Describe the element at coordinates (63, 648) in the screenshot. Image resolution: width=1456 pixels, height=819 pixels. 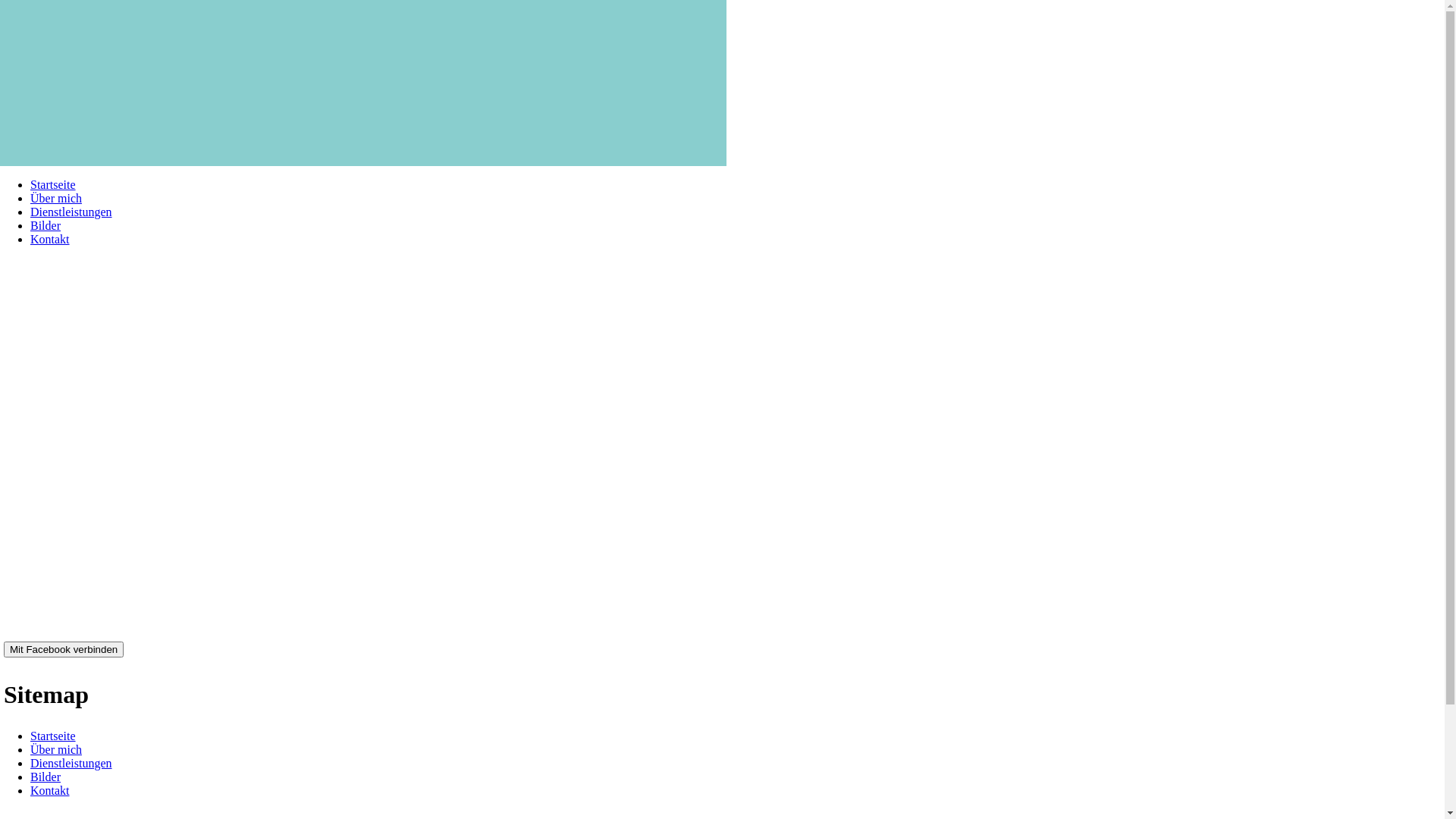
I see `'Mit Facebook verbinden'` at that location.